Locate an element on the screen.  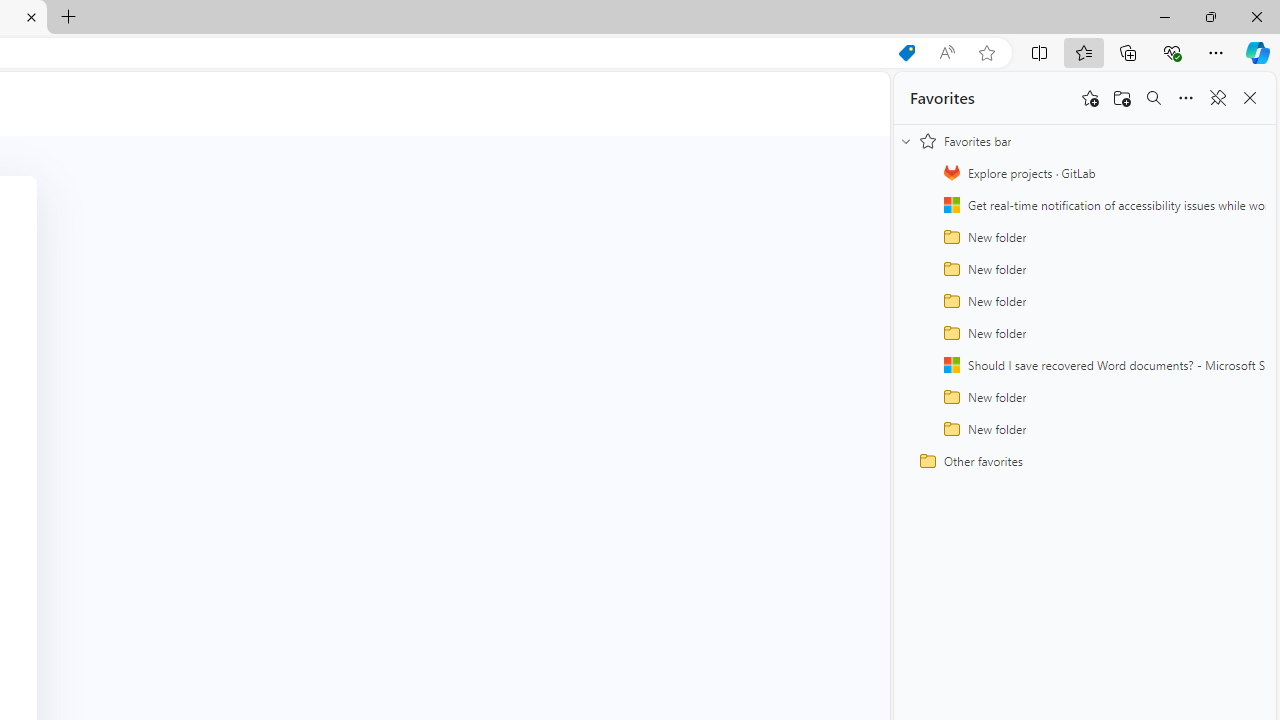
'Add this page to favorites' is located at coordinates (1088, 98).